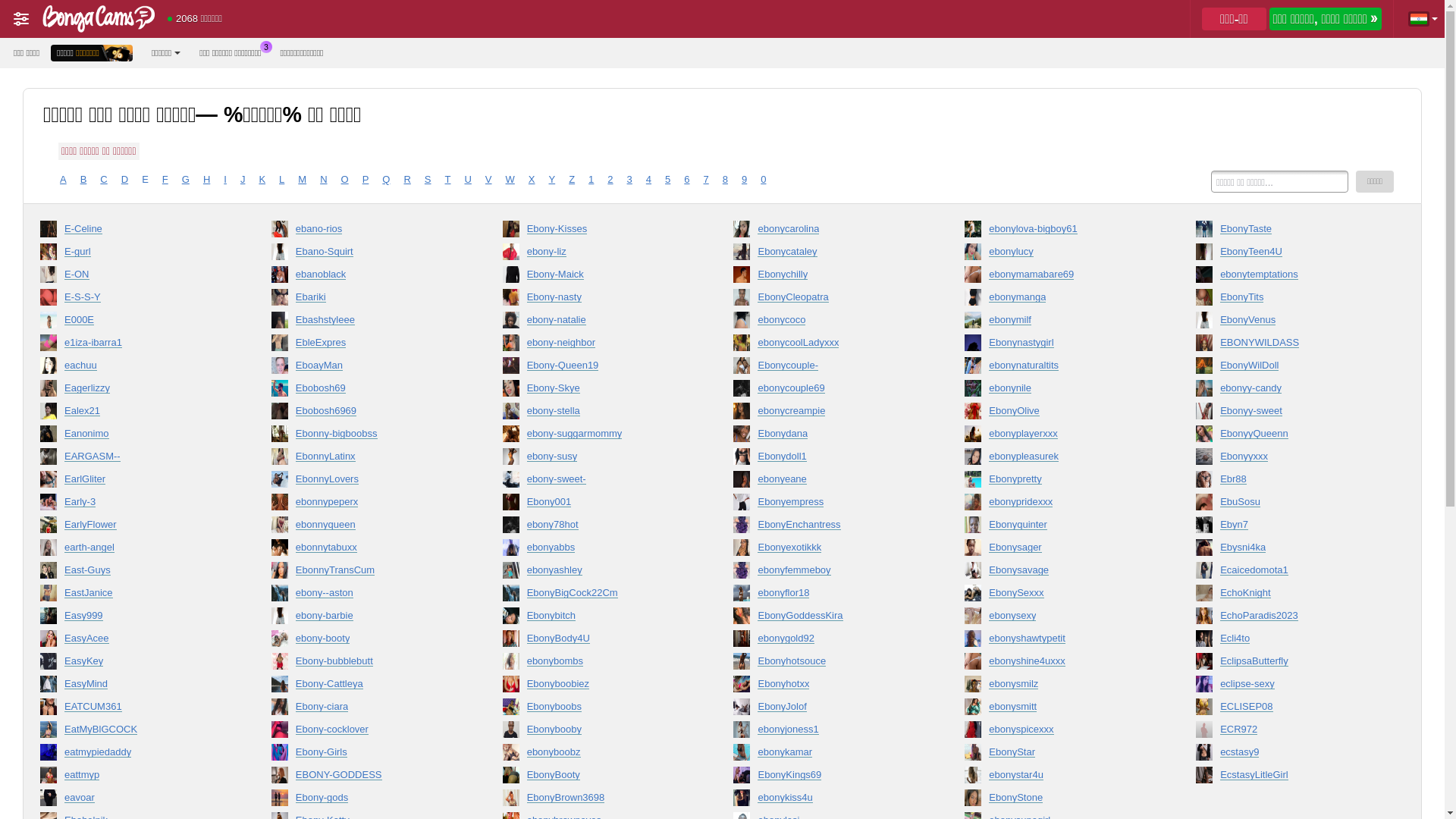 The image size is (1456, 819). Describe the element at coordinates (134, 436) in the screenshot. I see `'Eanonimo'` at that location.